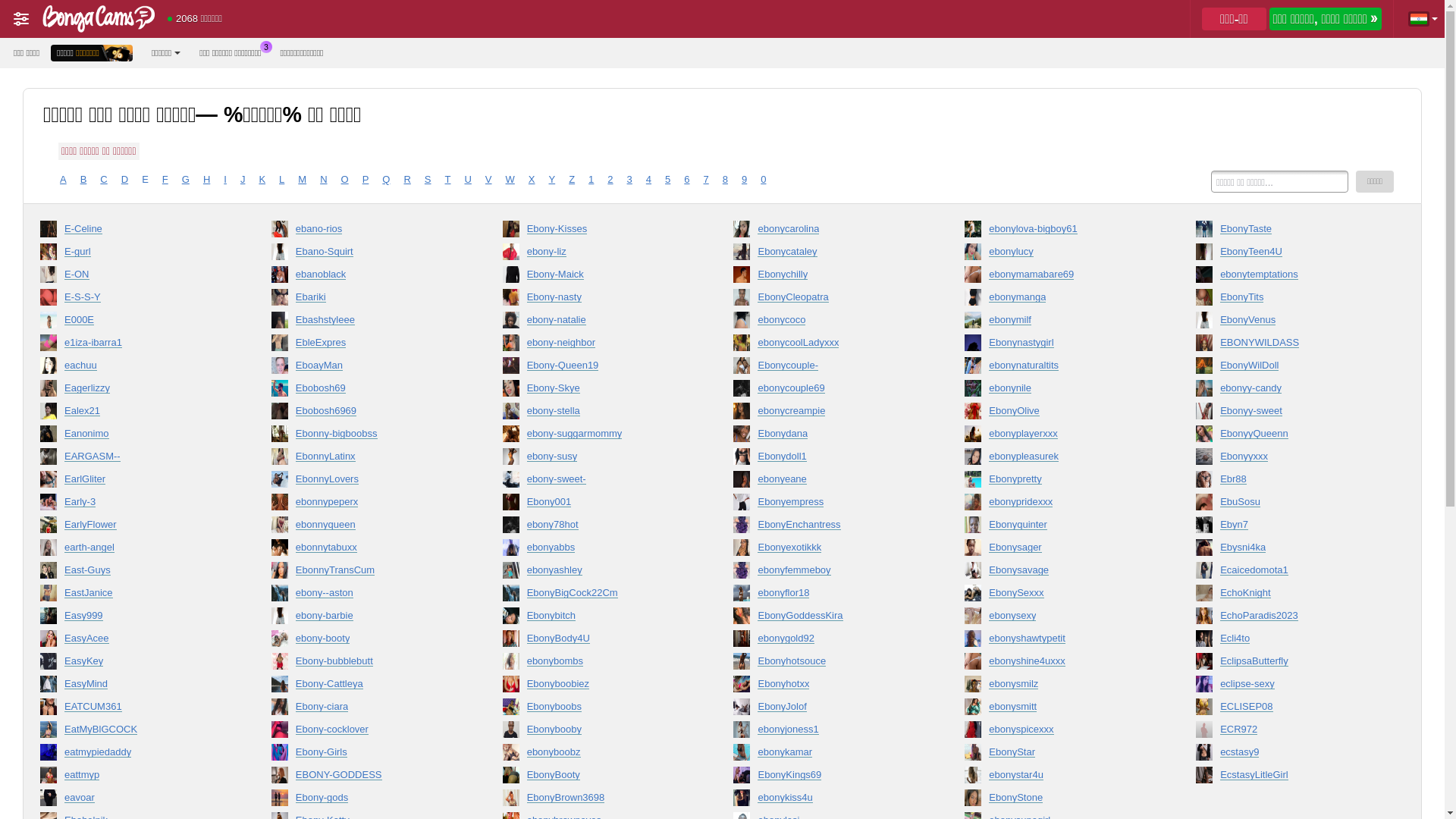 The image size is (1456, 819). Describe the element at coordinates (134, 436) in the screenshot. I see `'Eanonimo'` at that location.